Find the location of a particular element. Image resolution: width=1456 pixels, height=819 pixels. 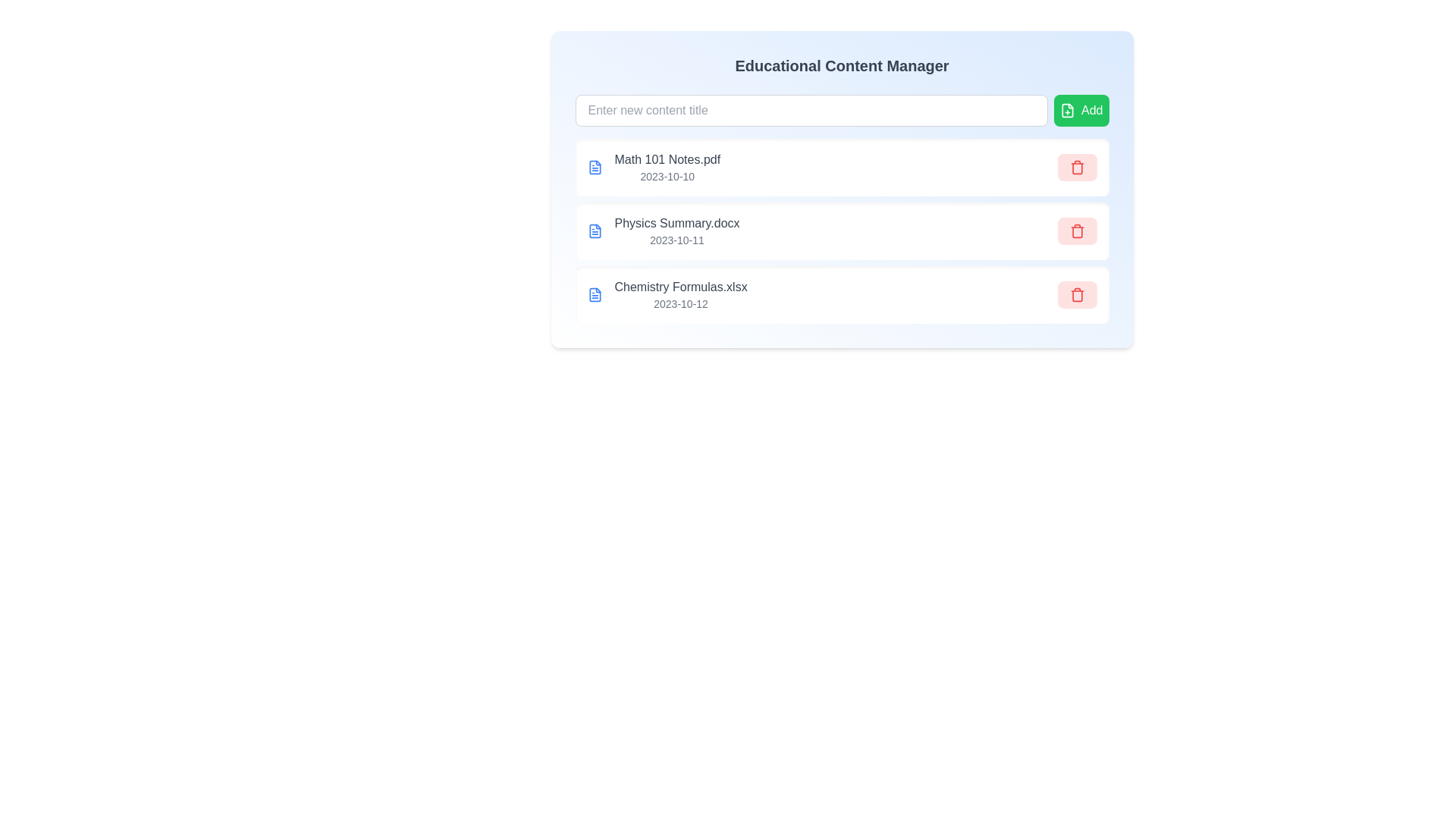

the delete button located in the second row of the list, which is aligned to the right side and associated with the item 'Physics Summary.docx' is located at coordinates (1076, 231).